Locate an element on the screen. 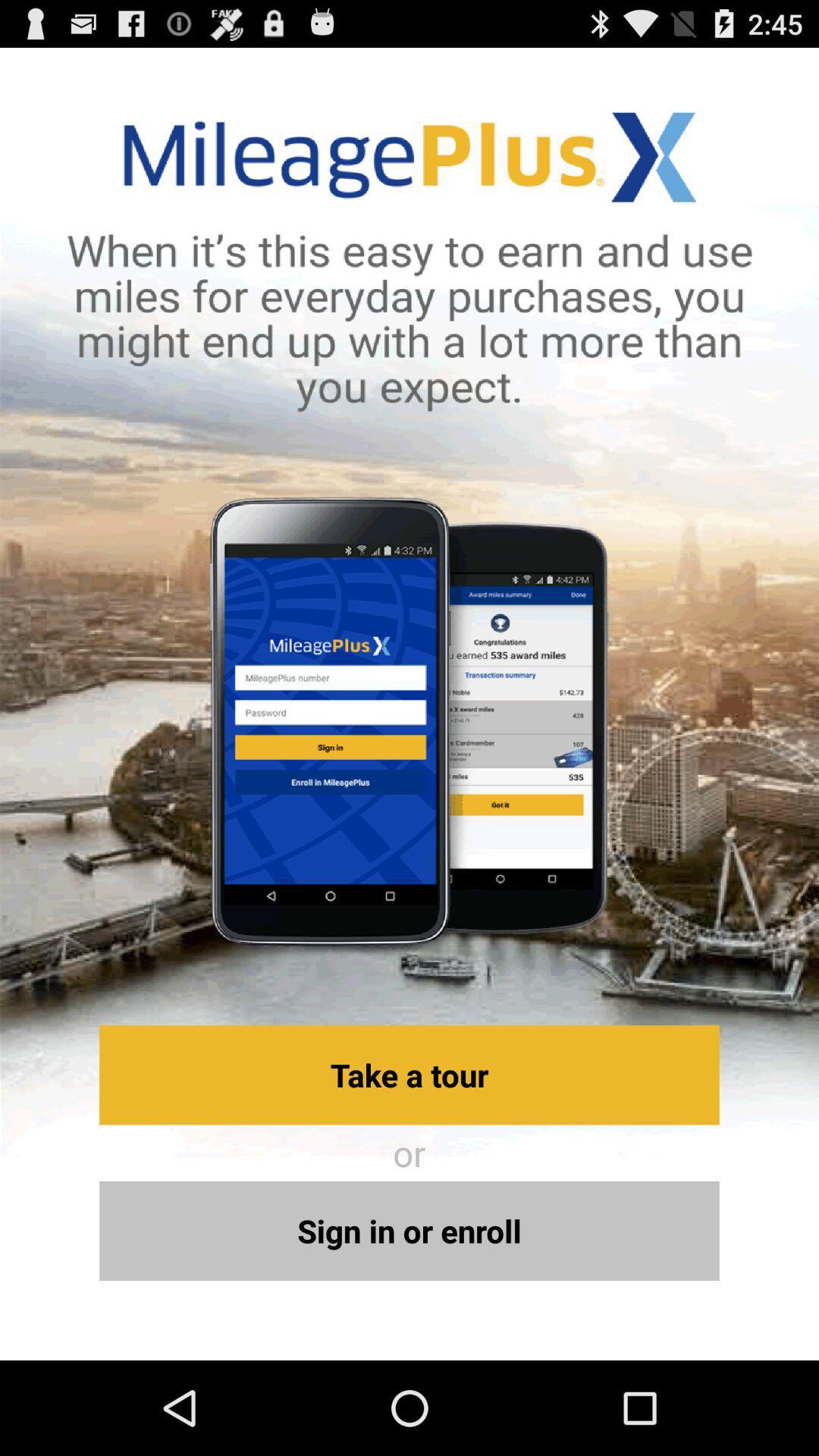 The width and height of the screenshot is (819, 1456). sign in or is located at coordinates (409, 1231).